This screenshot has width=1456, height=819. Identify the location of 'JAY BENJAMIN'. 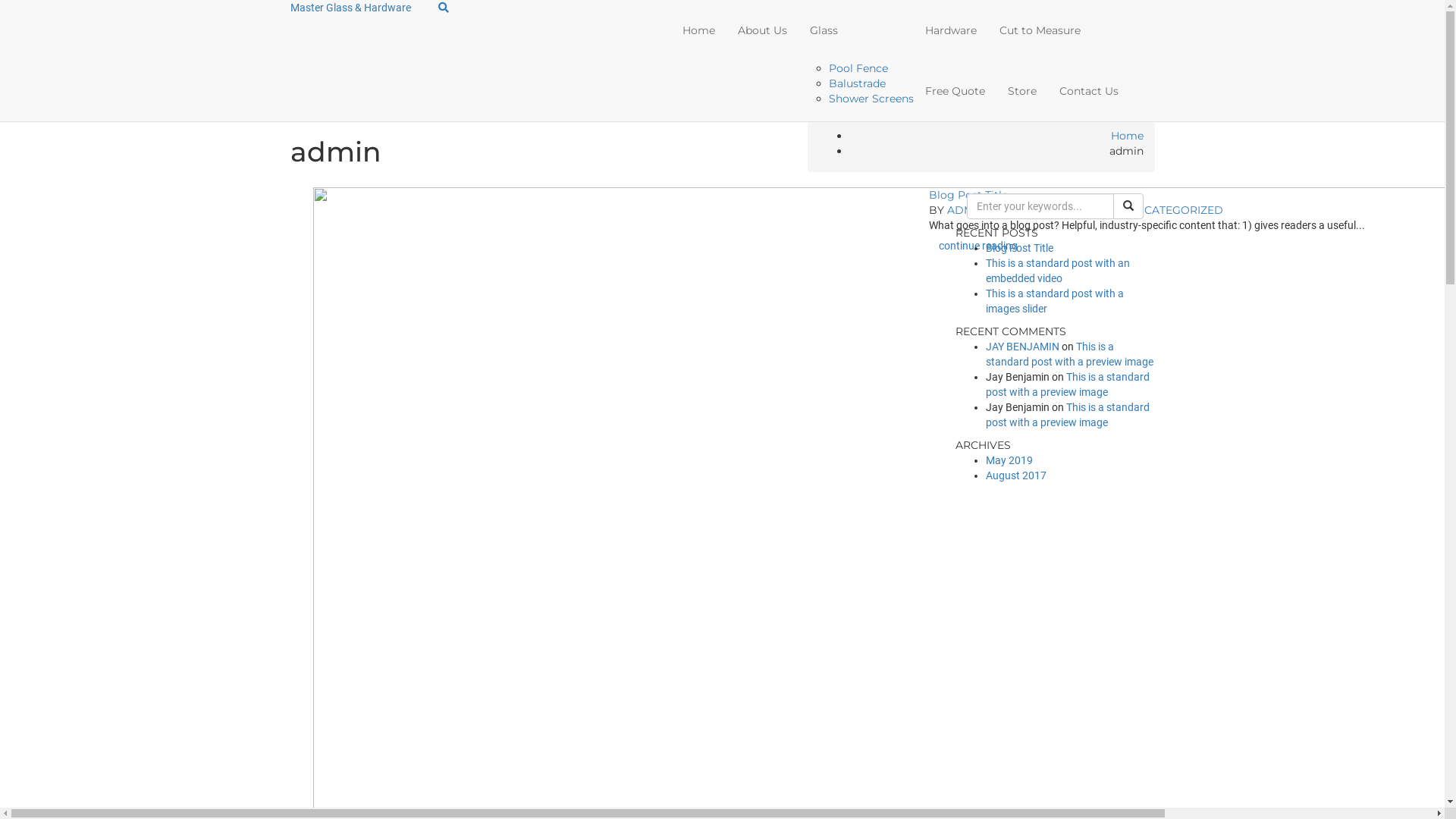
(1022, 346).